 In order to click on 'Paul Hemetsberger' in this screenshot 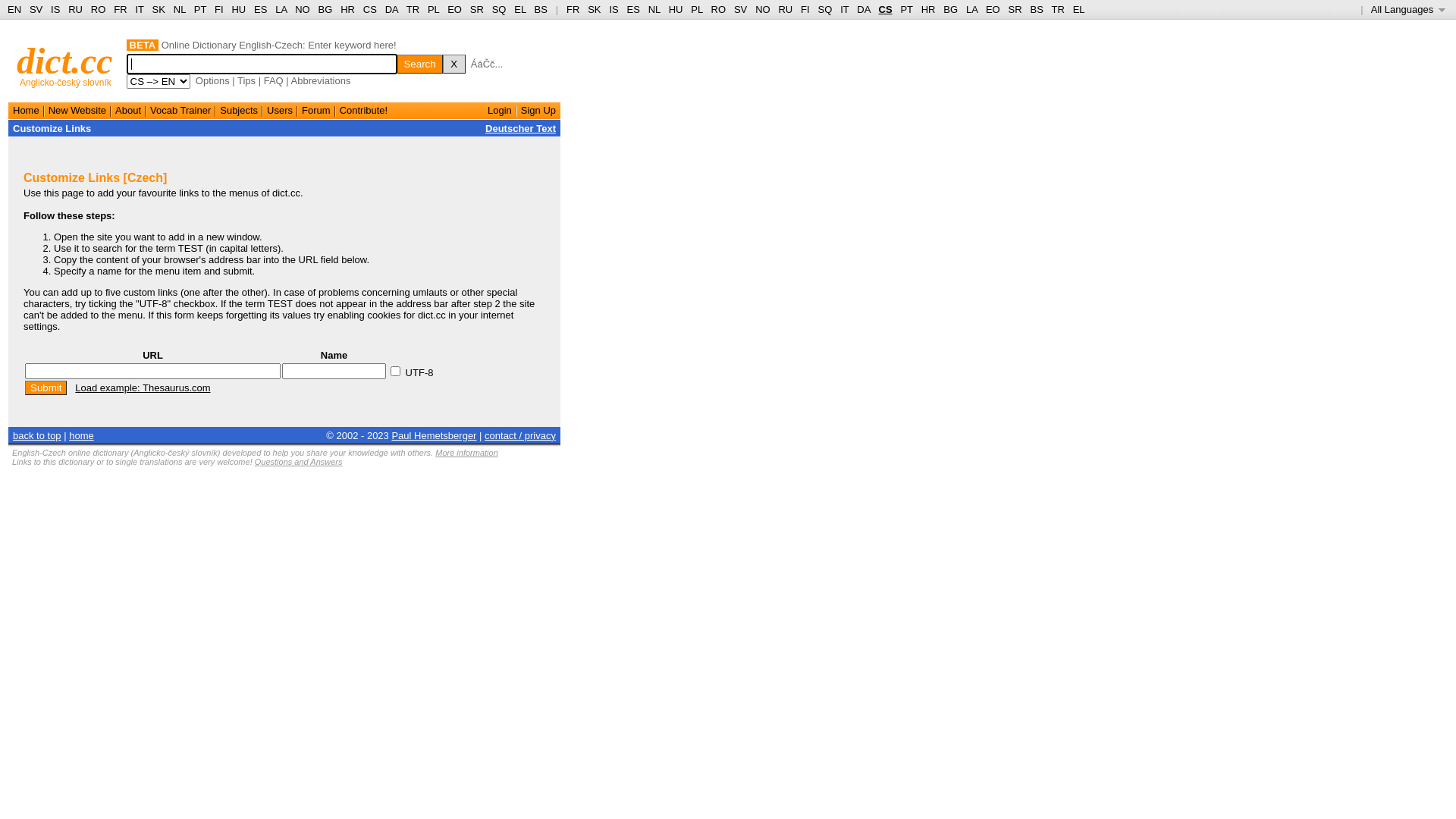, I will do `click(432, 435)`.